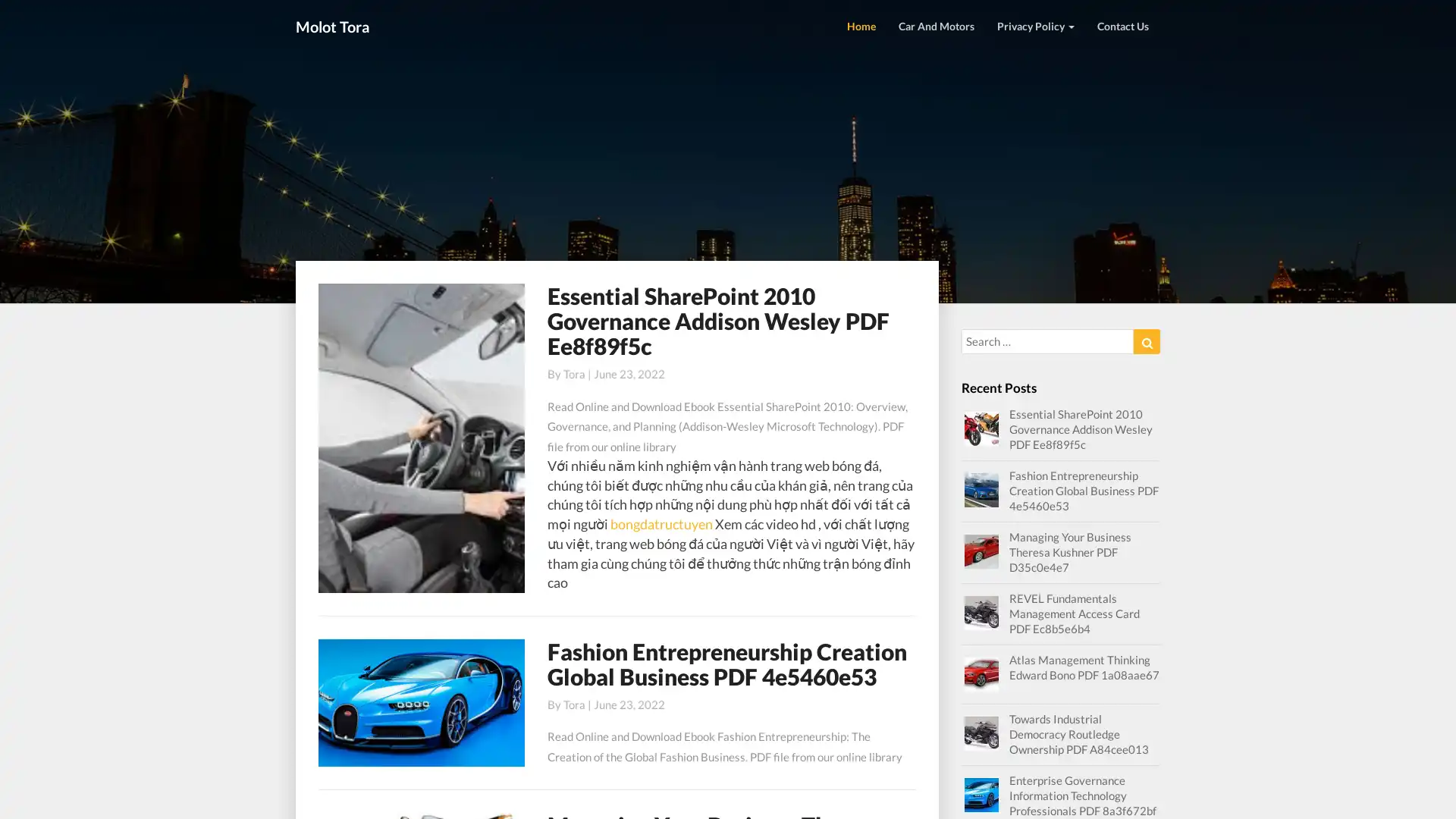 This screenshot has height=819, width=1456. I want to click on Search, so click(1147, 341).